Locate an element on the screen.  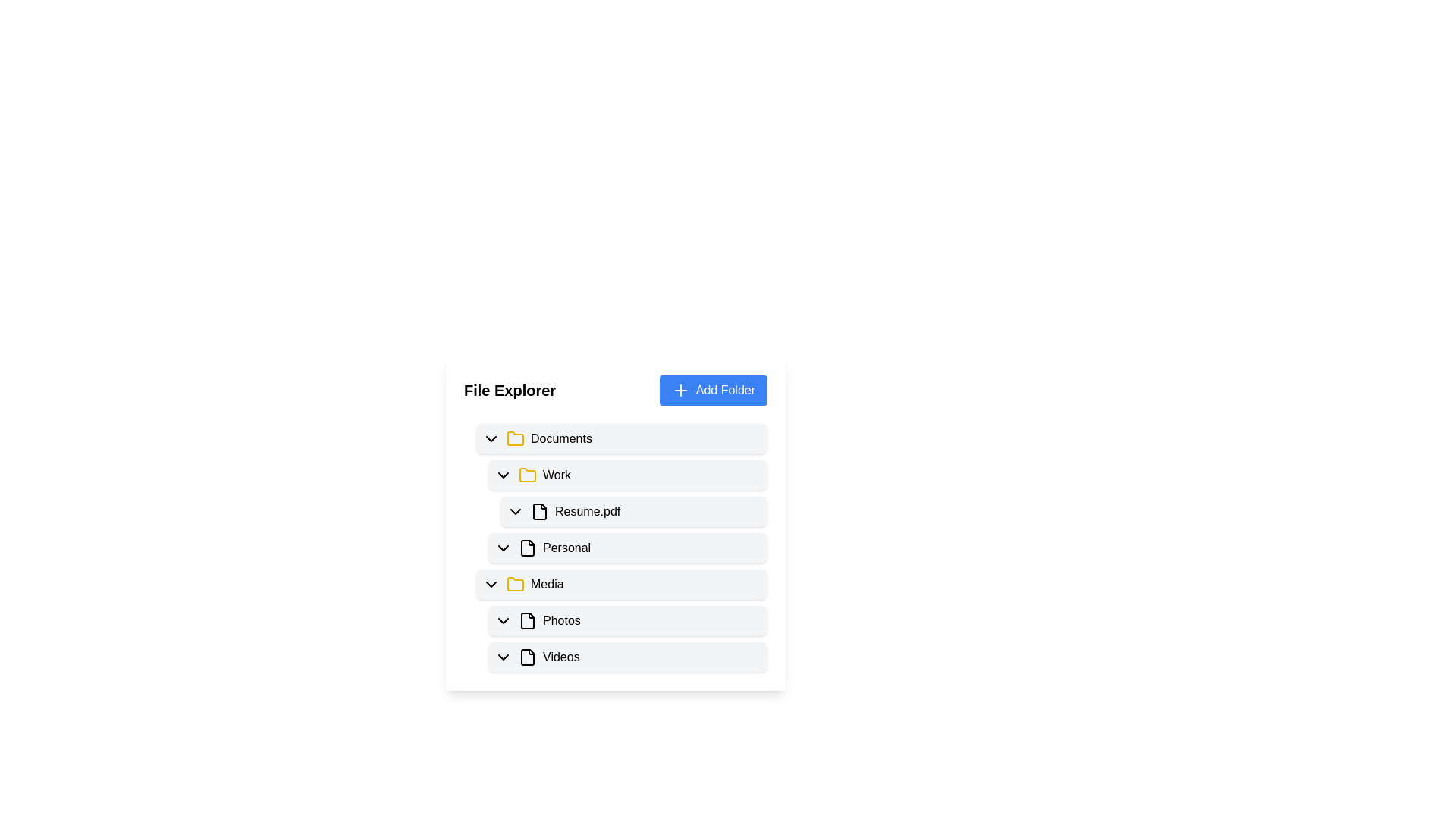
the rectangular document file icon located at the bottom-most file entry under the 'Media' directory, next to the label 'Videos' is located at coordinates (528, 657).